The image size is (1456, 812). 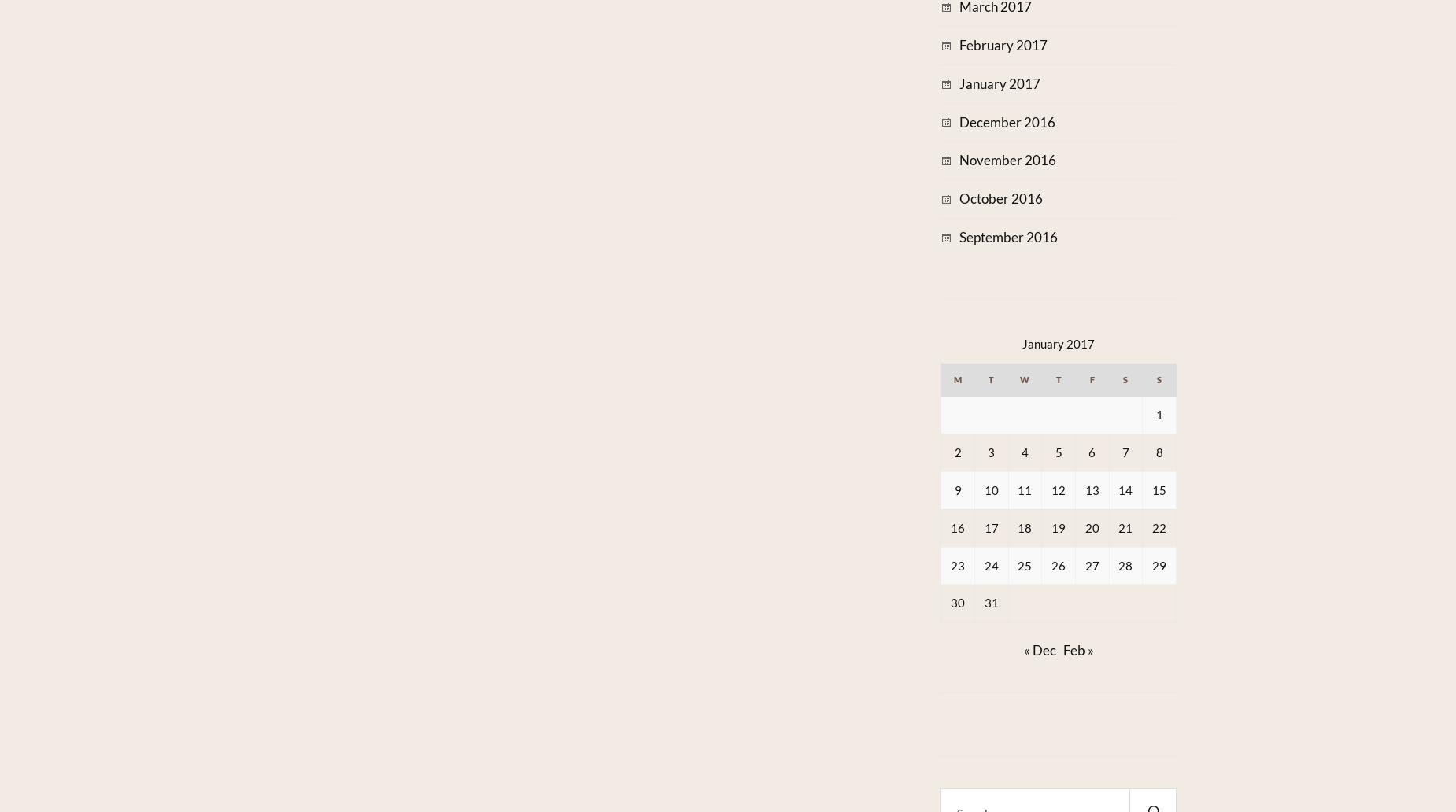 I want to click on '17', so click(x=989, y=526).